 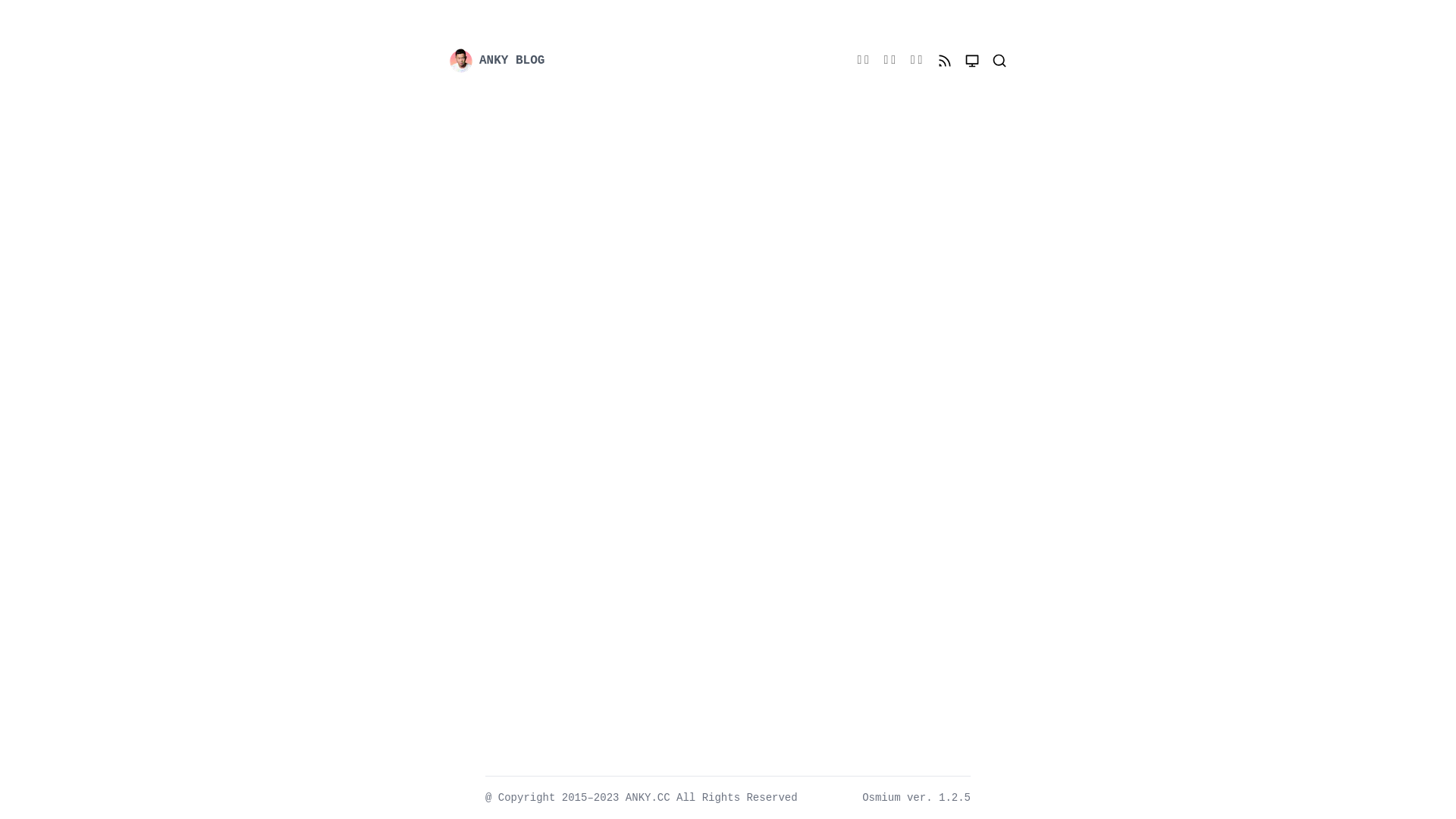 What do you see at coordinates (447, 60) in the screenshot?
I see `'ANKY BLOG'` at bounding box center [447, 60].